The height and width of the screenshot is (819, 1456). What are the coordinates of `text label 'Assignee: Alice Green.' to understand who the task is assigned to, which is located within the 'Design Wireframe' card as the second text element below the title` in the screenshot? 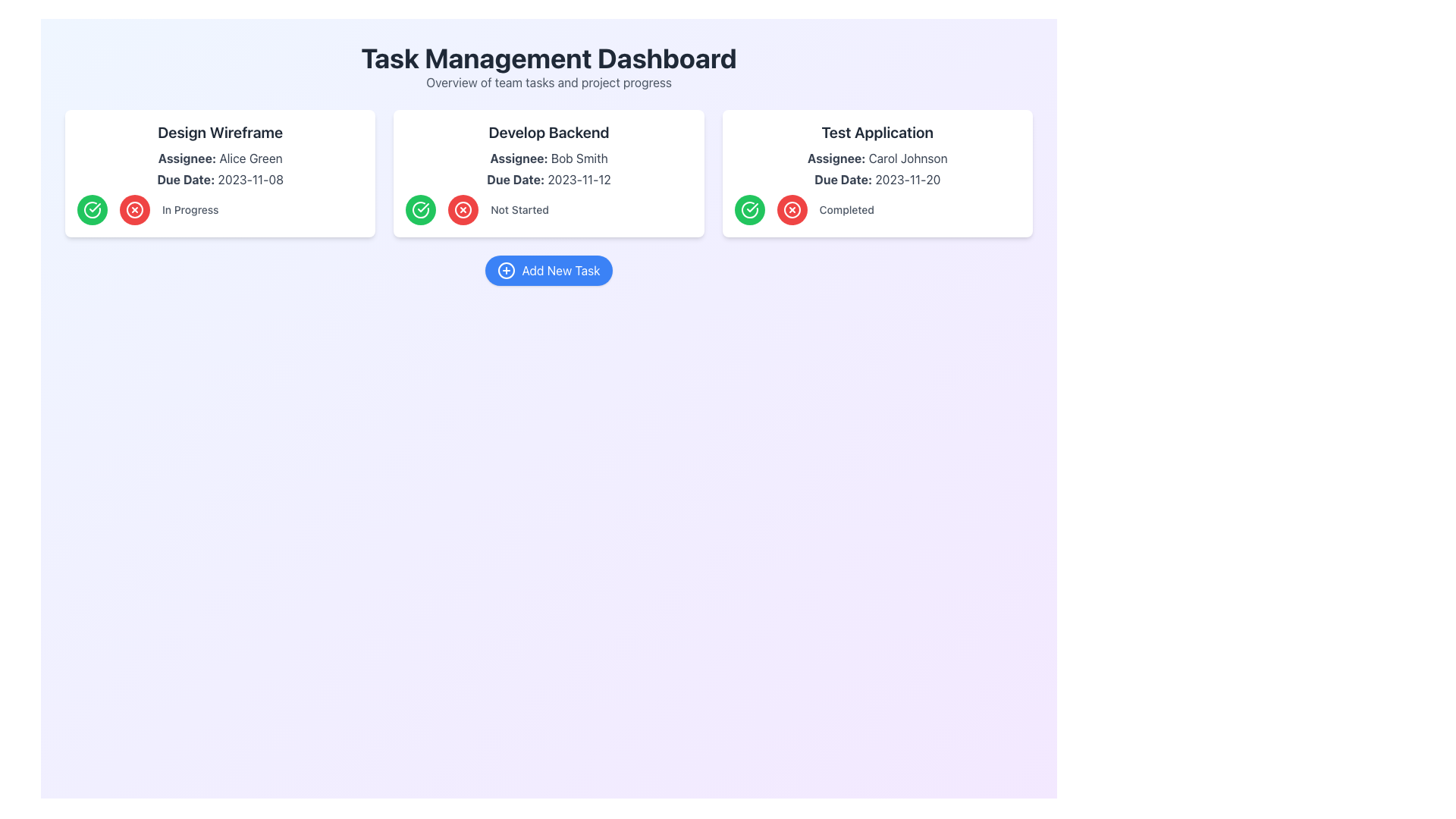 It's located at (219, 158).